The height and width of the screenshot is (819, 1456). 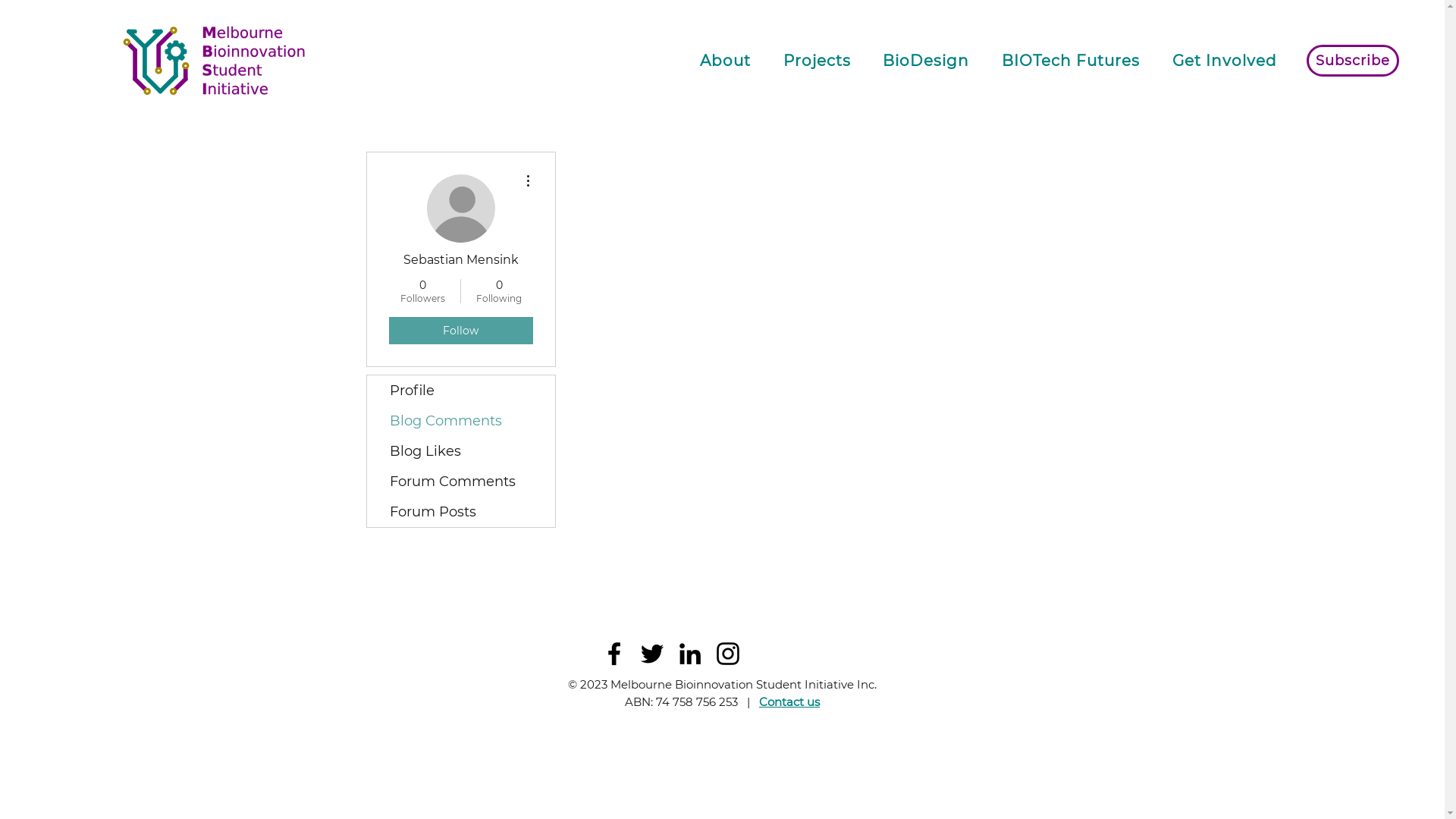 What do you see at coordinates (460, 390) in the screenshot?
I see `'Profile'` at bounding box center [460, 390].